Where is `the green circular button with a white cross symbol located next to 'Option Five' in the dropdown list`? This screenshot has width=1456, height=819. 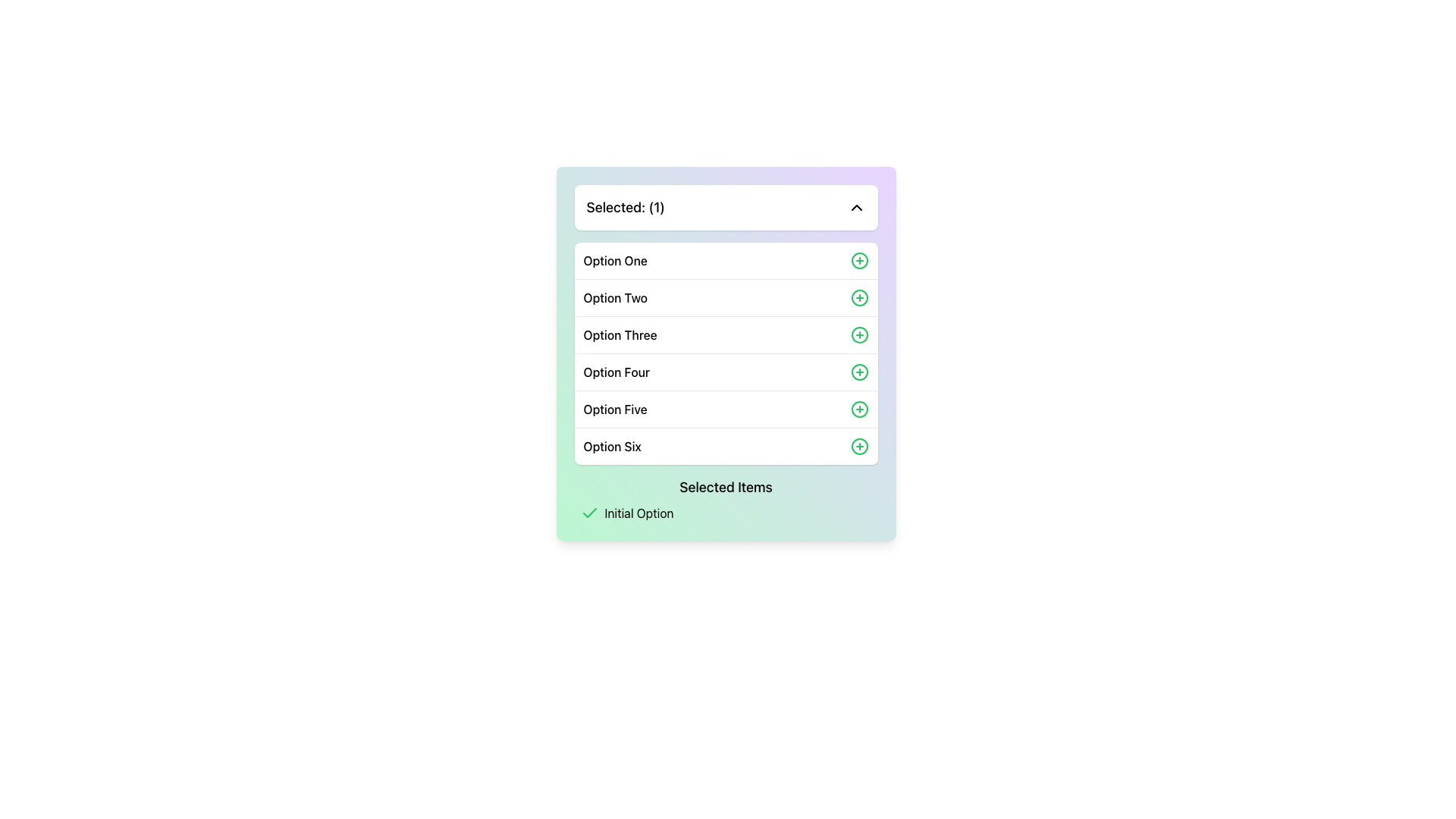
the green circular button with a white cross symbol located next to 'Option Five' in the dropdown list is located at coordinates (859, 409).